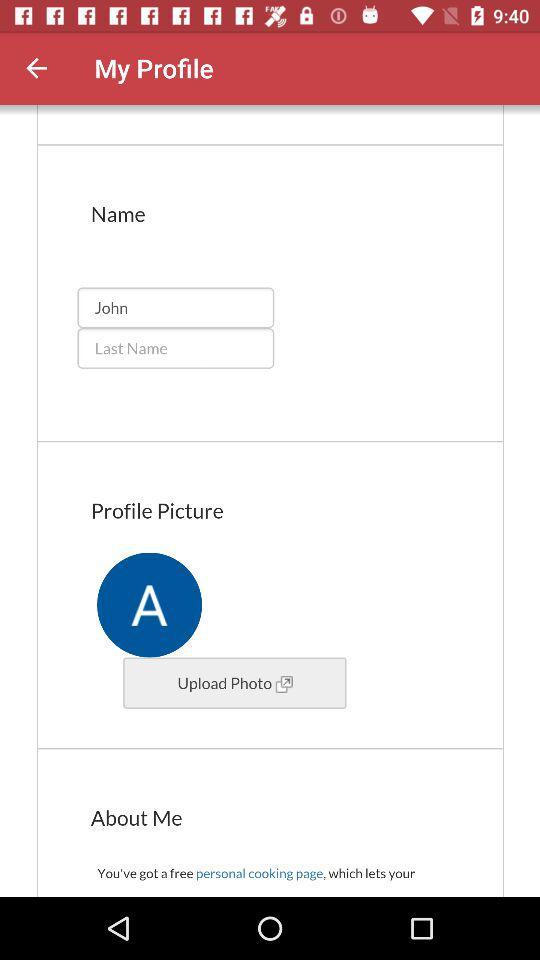  What do you see at coordinates (36, 68) in the screenshot?
I see `go back` at bounding box center [36, 68].